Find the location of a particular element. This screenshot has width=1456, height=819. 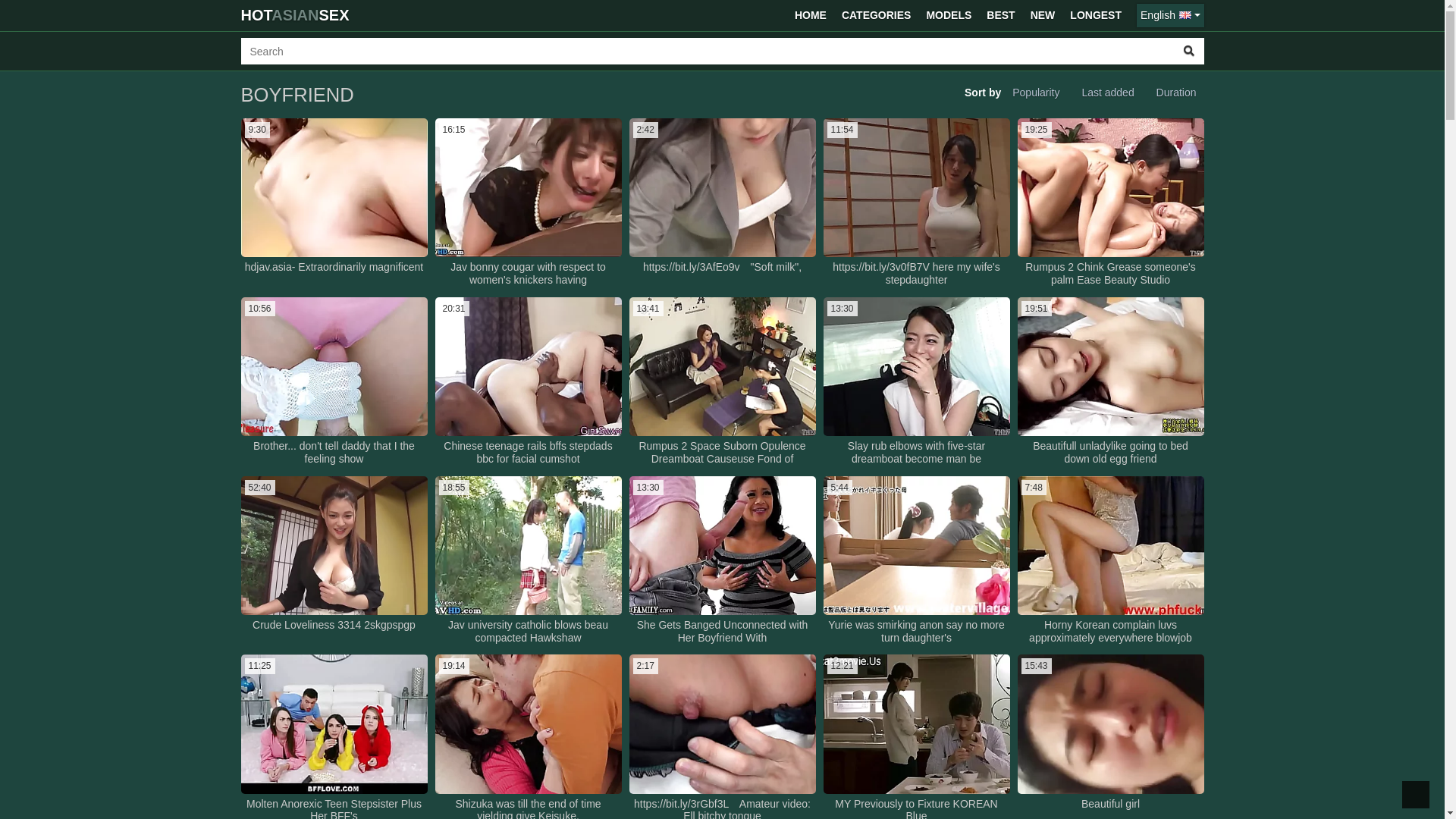

'She Gets Banged Unconnected with Her Boyfriend With' is located at coordinates (720, 632).